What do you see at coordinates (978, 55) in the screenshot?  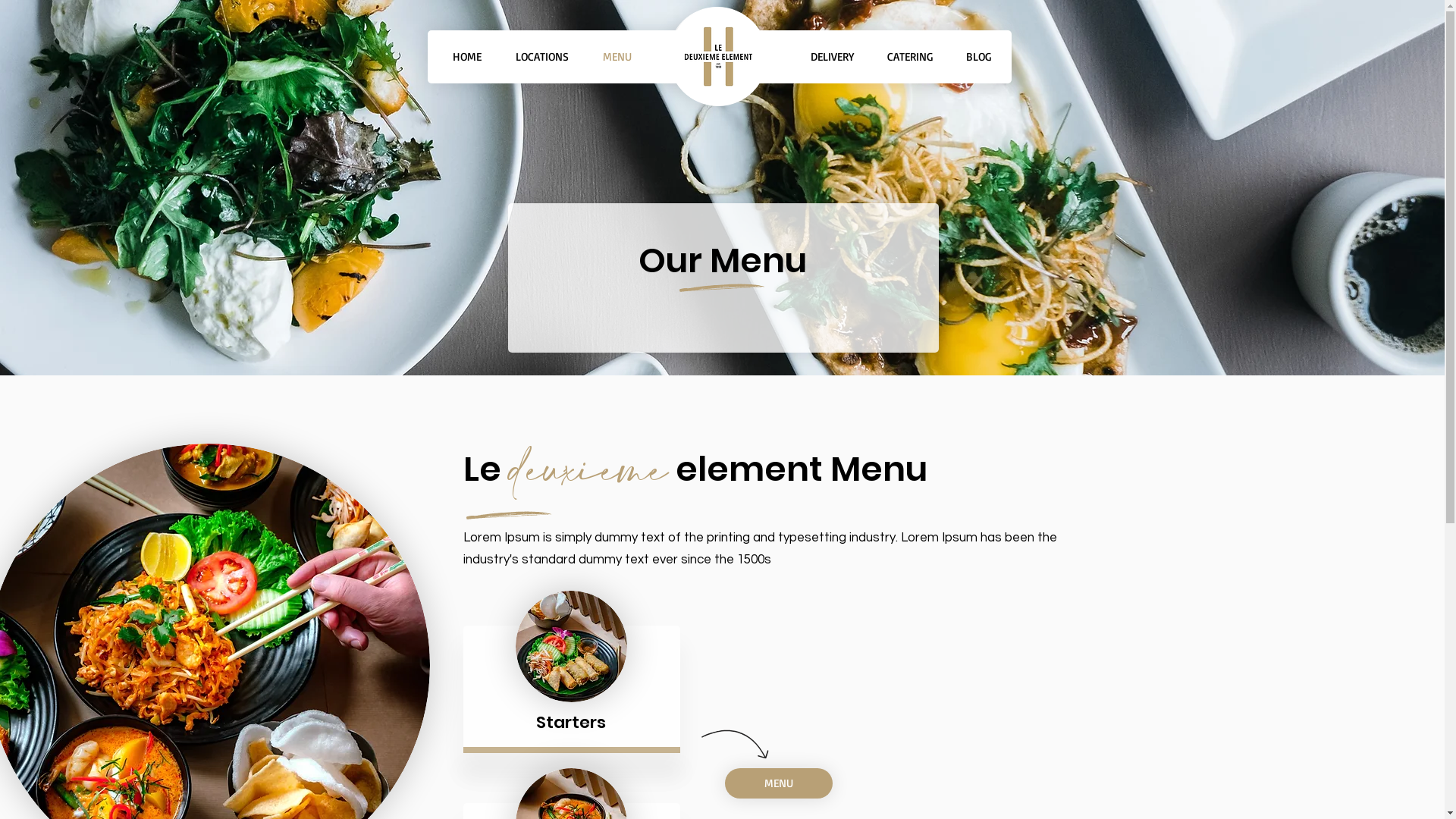 I see `'BLOG'` at bounding box center [978, 55].